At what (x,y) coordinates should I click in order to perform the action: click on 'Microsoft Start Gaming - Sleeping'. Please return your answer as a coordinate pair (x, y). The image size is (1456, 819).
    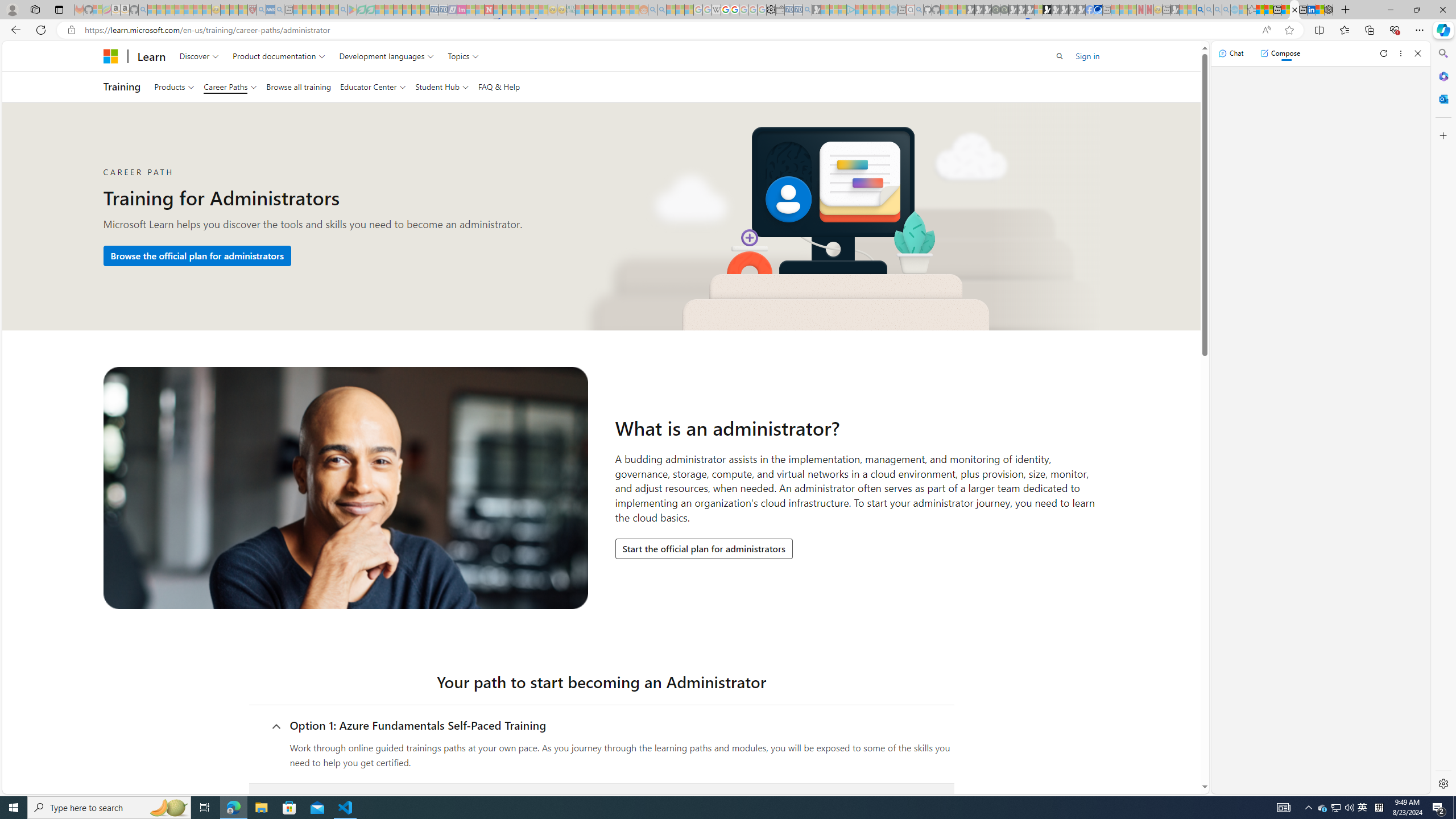
    Looking at the image, I should click on (816, 9).